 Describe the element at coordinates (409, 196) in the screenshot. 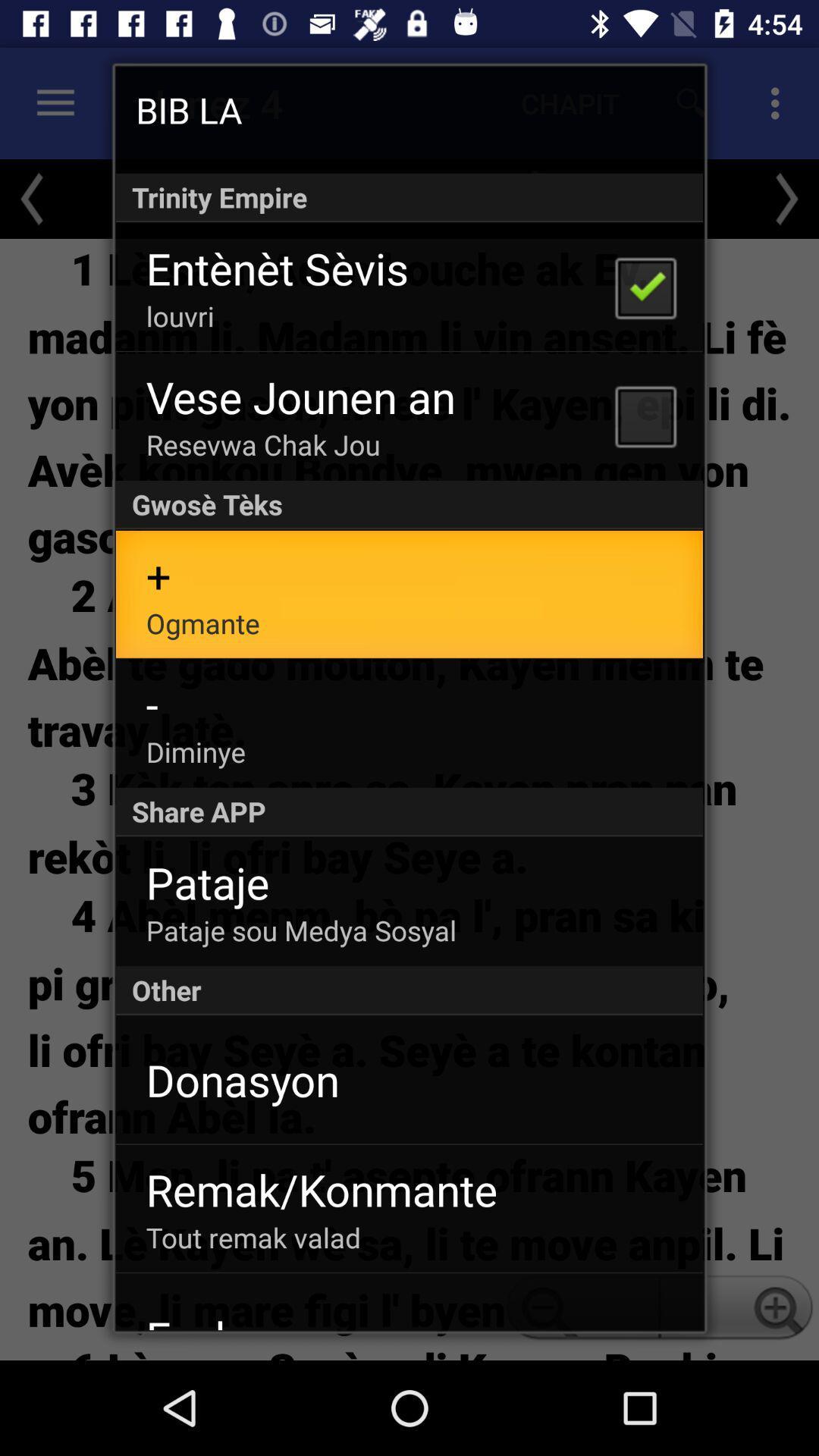

I see `the trinity empire item` at that location.